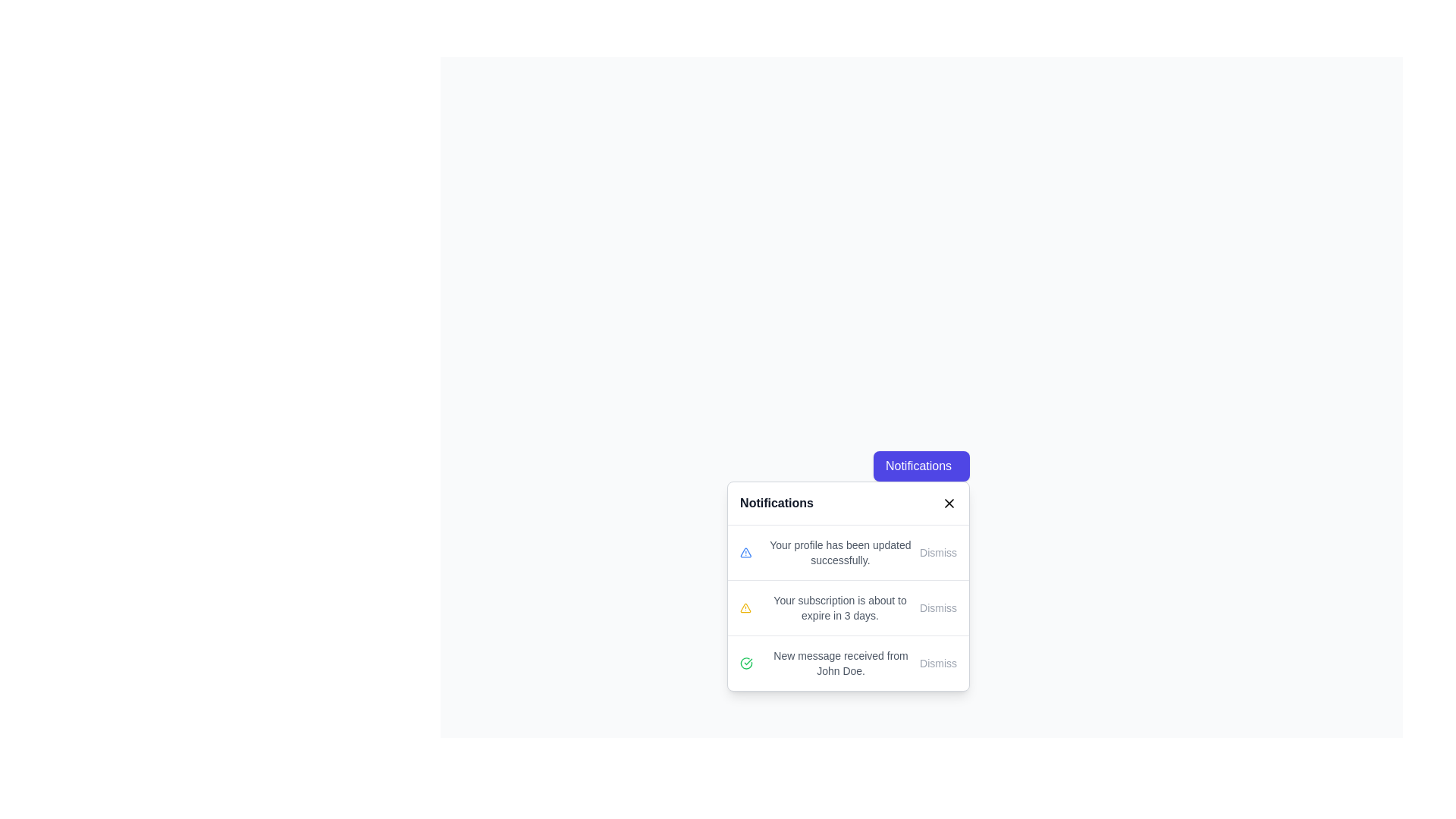  I want to click on informational notification text label about a new message received from 'John Doe', located to the right of the checkmark icon in the bottom notification row of the notification panel, so click(829, 663).